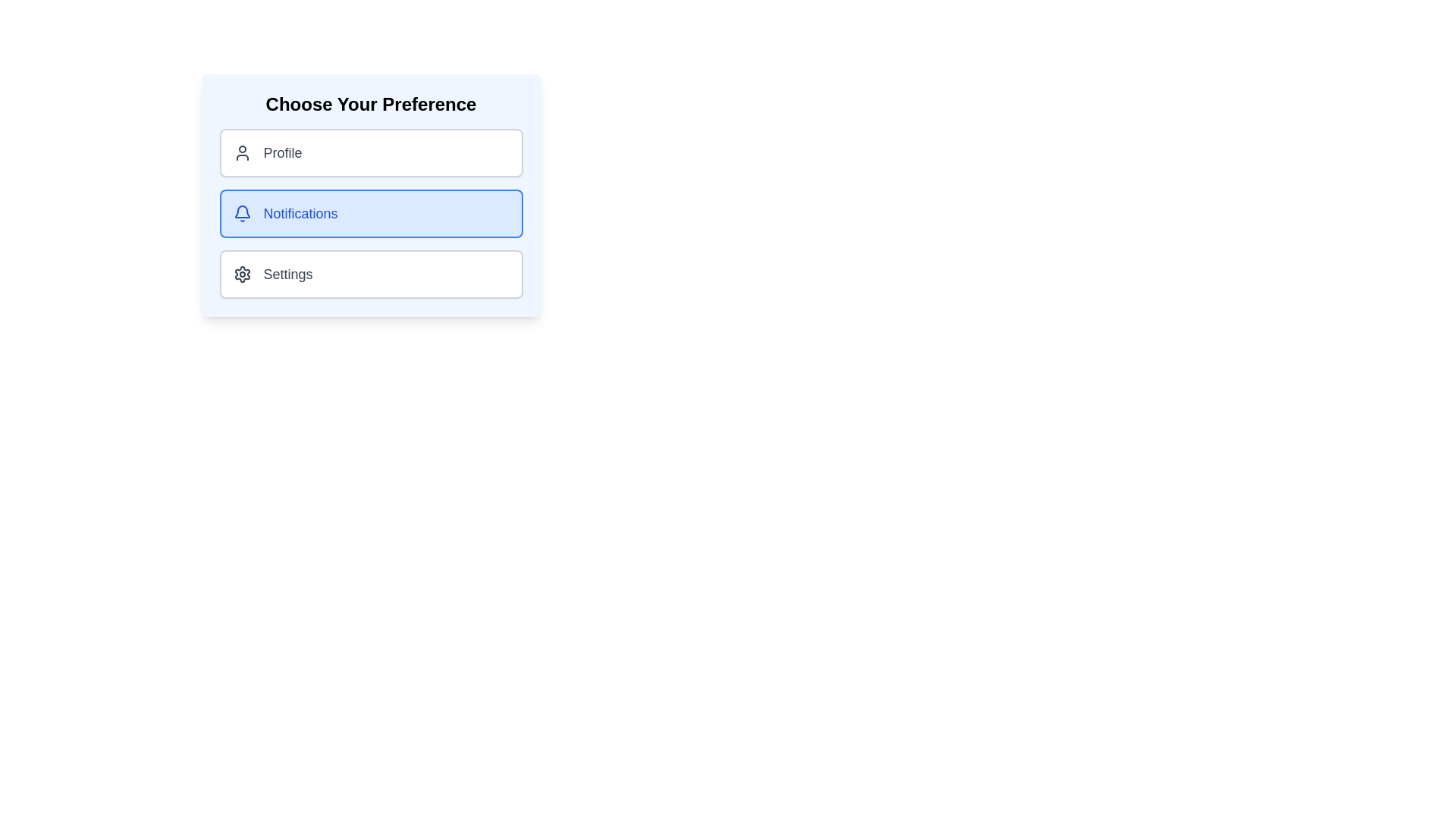  I want to click on the 'Settings' text label that describes the 'Settings' option in the user preference menu, which is positioned inside the third card in a vertical list and aligned to the right of the gear icon, so click(287, 275).